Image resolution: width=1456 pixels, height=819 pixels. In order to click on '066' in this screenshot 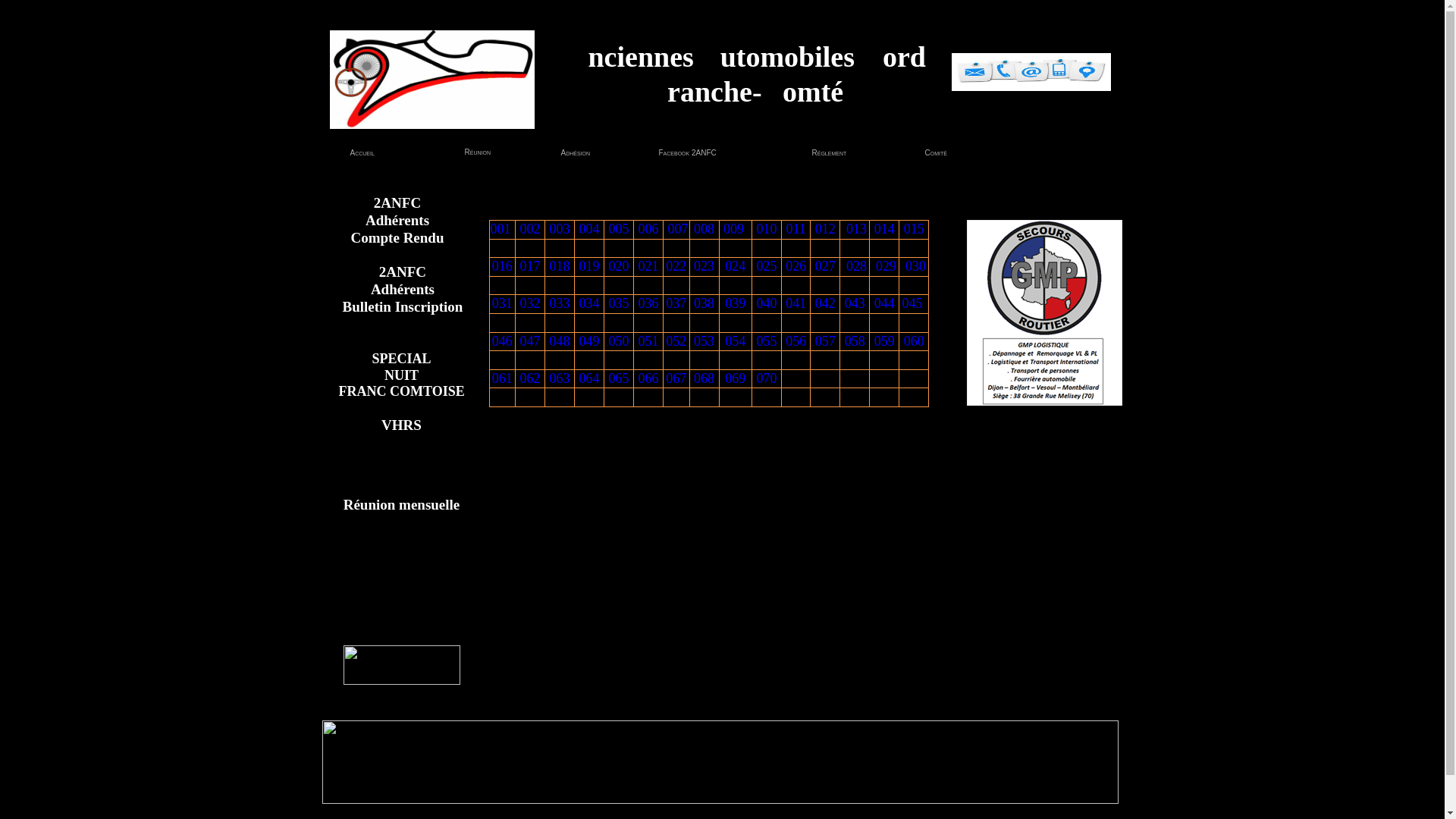, I will do `click(648, 377)`.